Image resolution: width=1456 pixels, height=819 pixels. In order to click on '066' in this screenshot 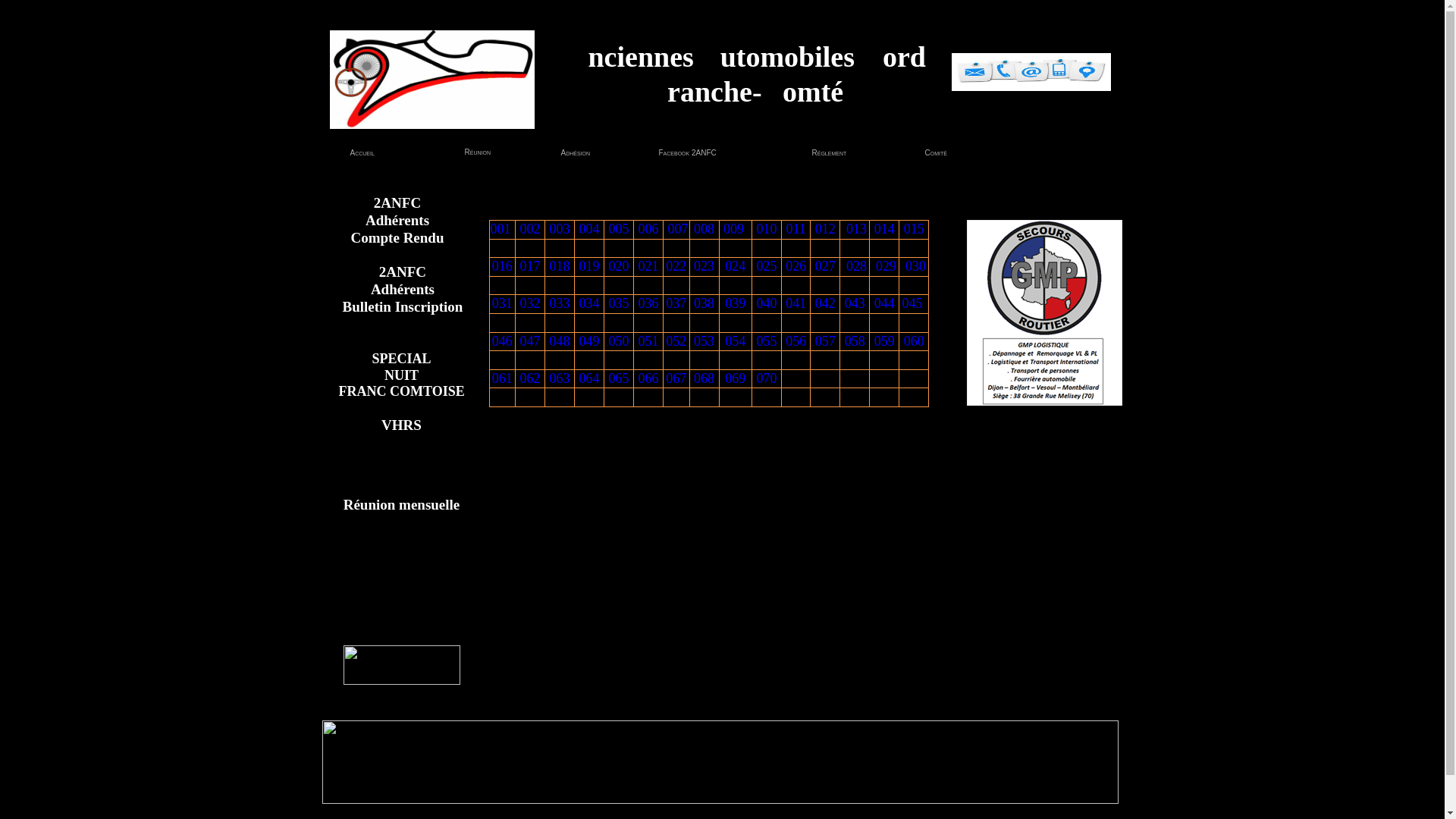, I will do `click(648, 377)`.